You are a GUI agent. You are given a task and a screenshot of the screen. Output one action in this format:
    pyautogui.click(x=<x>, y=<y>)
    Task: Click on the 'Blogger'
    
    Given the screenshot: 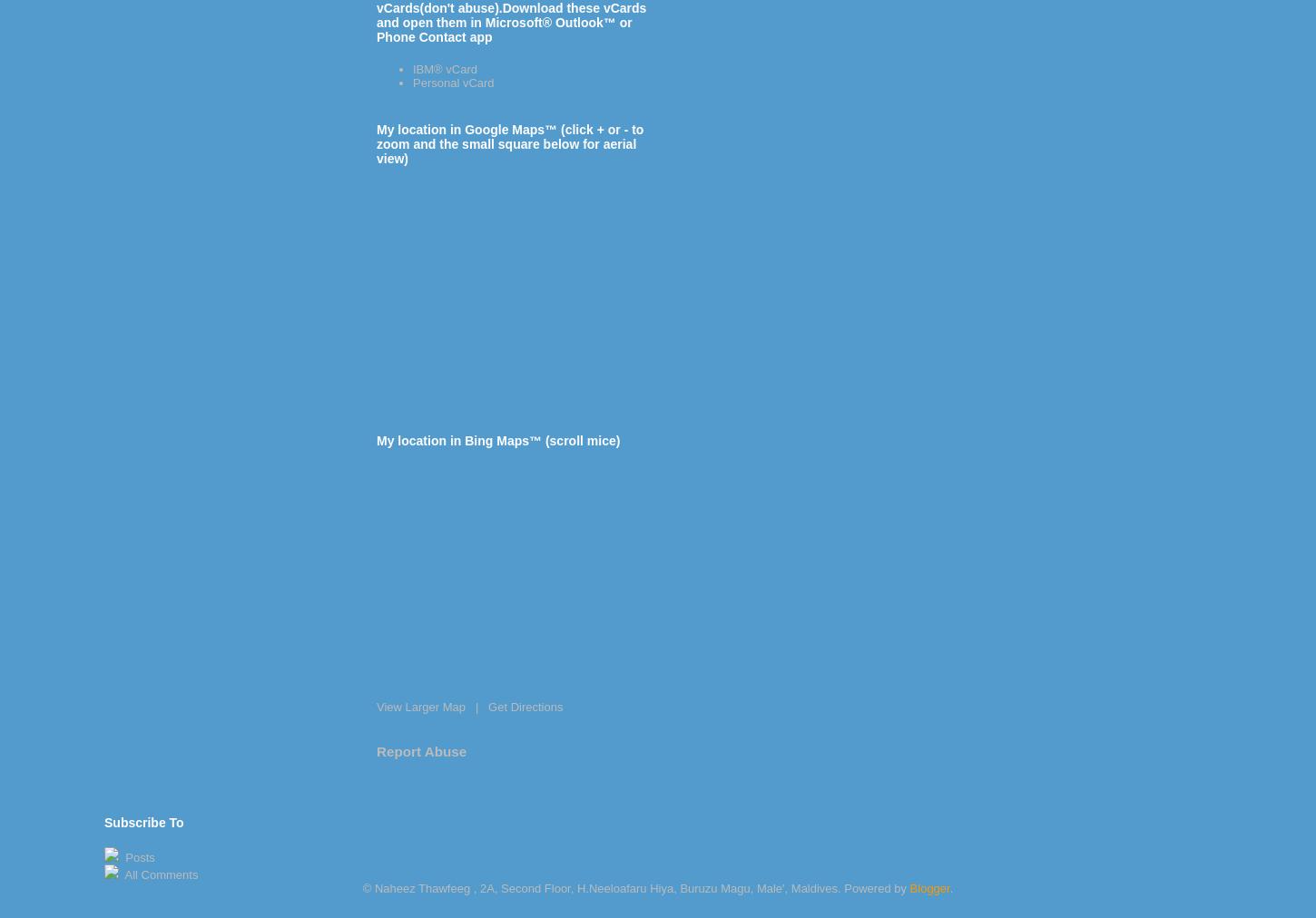 What is the action you would take?
    pyautogui.click(x=928, y=887)
    